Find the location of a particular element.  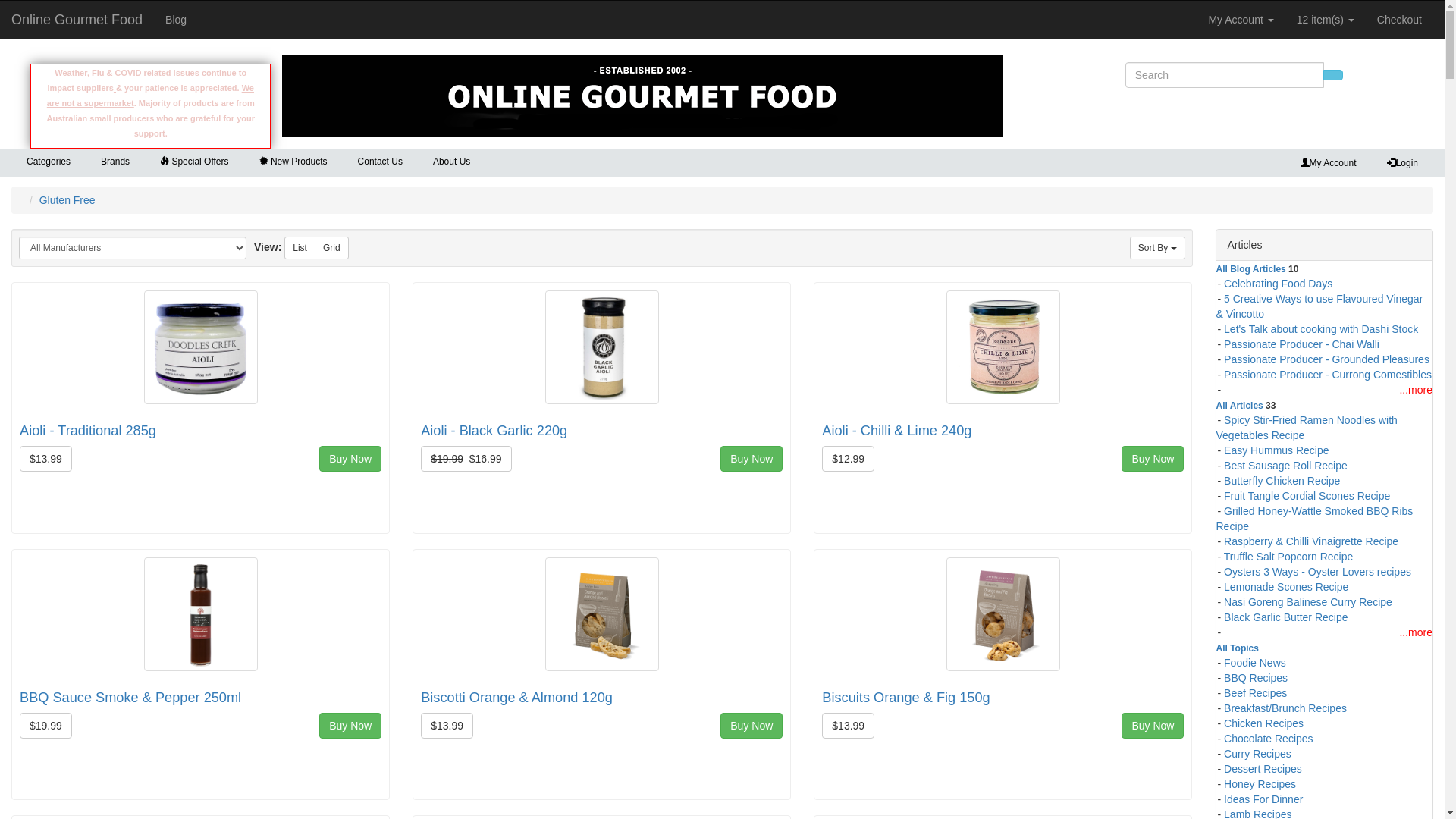

'Buy Now' is located at coordinates (349, 458).